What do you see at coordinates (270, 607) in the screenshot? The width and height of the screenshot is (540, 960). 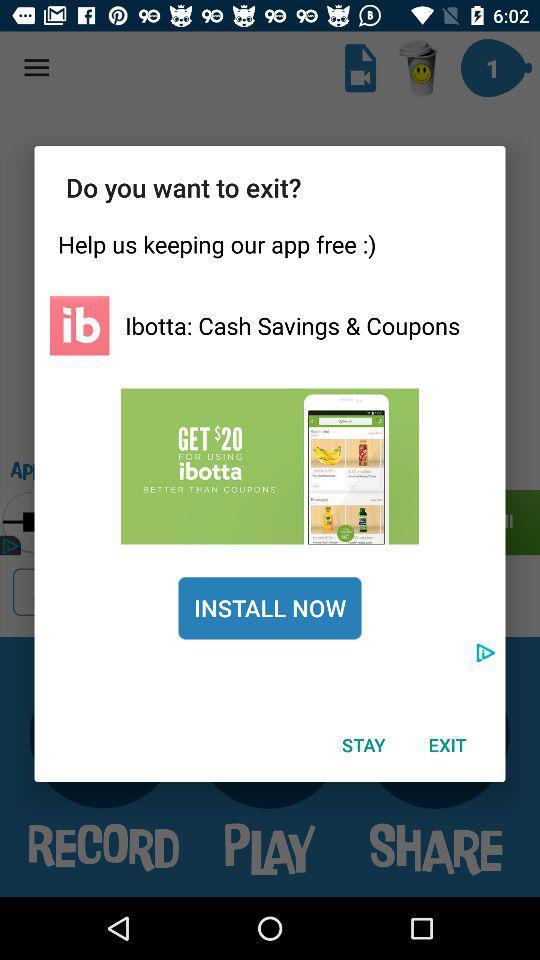 I see `the item above the stay item` at bounding box center [270, 607].